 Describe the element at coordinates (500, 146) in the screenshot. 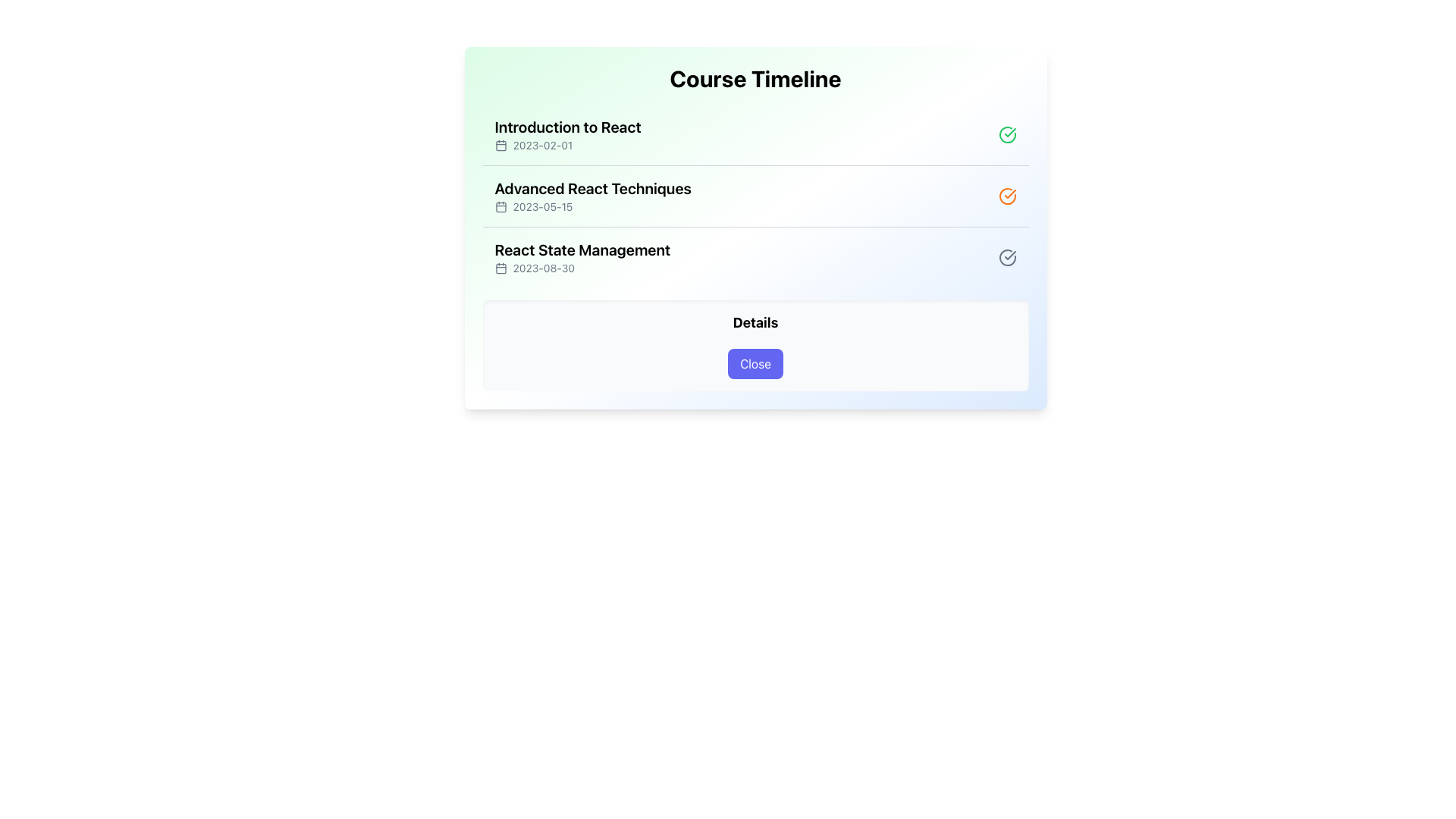

I see `the decorative shape within the calendar icon, which is located to the left of the 'Introduction to React' course title in the list view` at that location.